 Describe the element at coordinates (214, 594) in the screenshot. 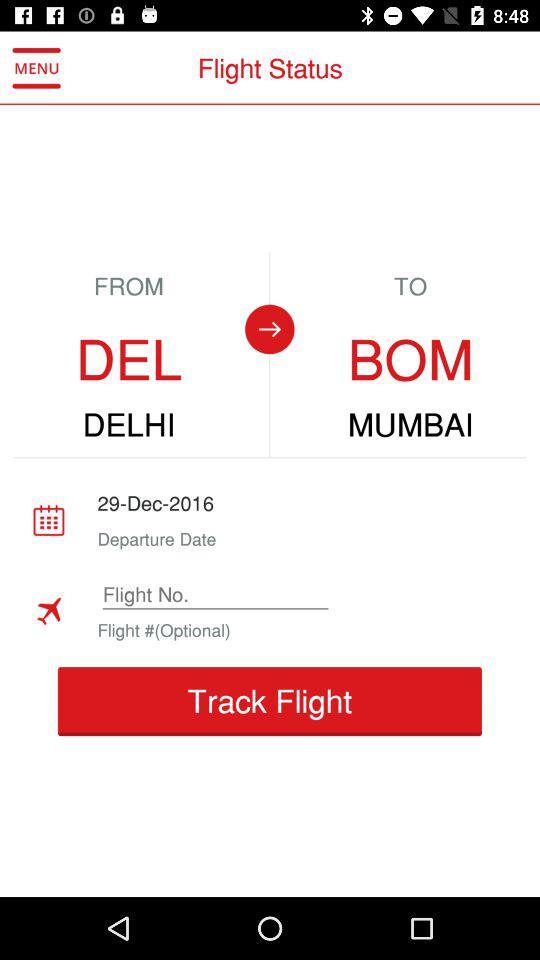

I see `paste flight no` at that location.